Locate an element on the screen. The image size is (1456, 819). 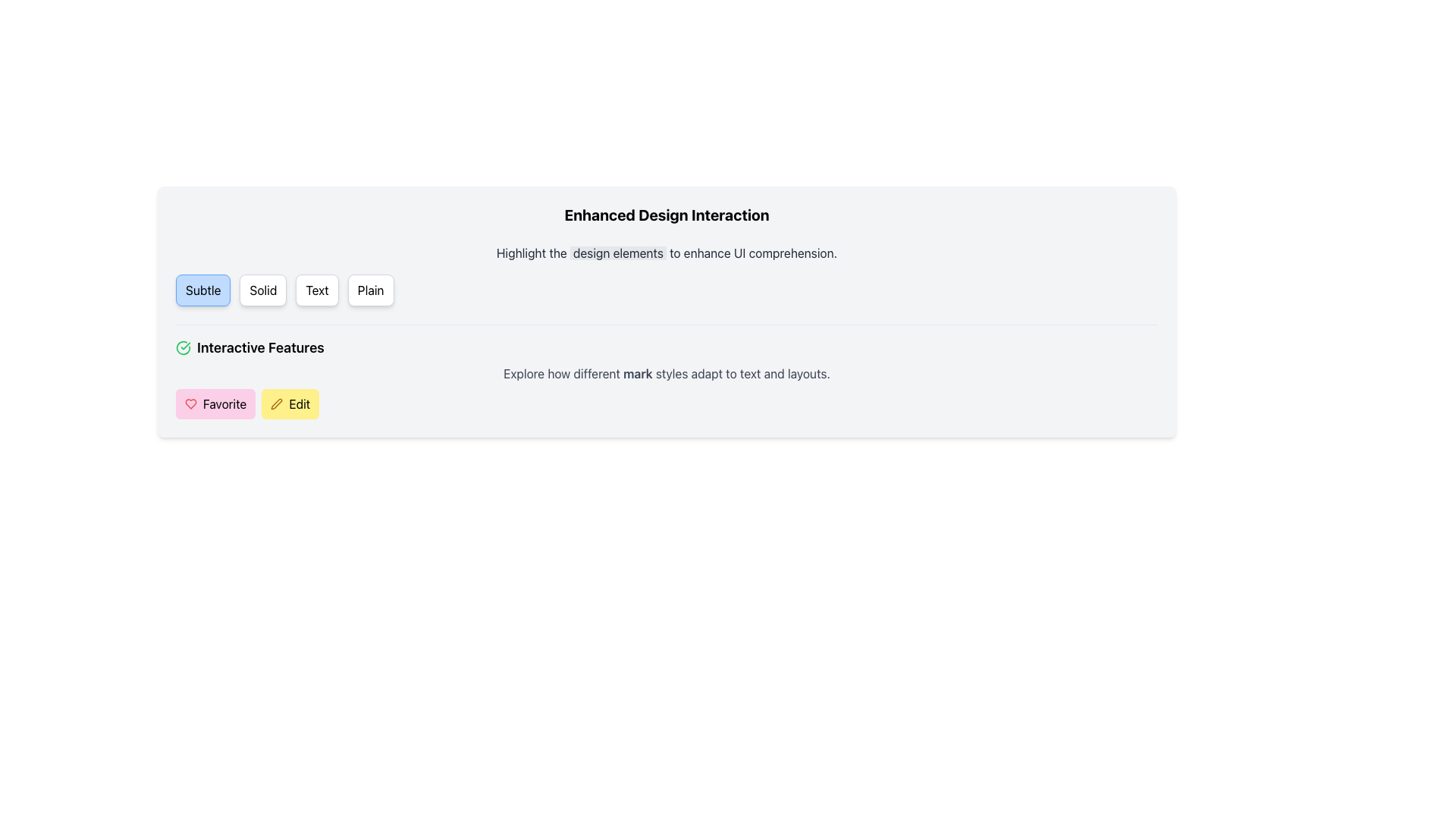
the editing button located in the 'Interactive Features' row is located at coordinates (290, 403).